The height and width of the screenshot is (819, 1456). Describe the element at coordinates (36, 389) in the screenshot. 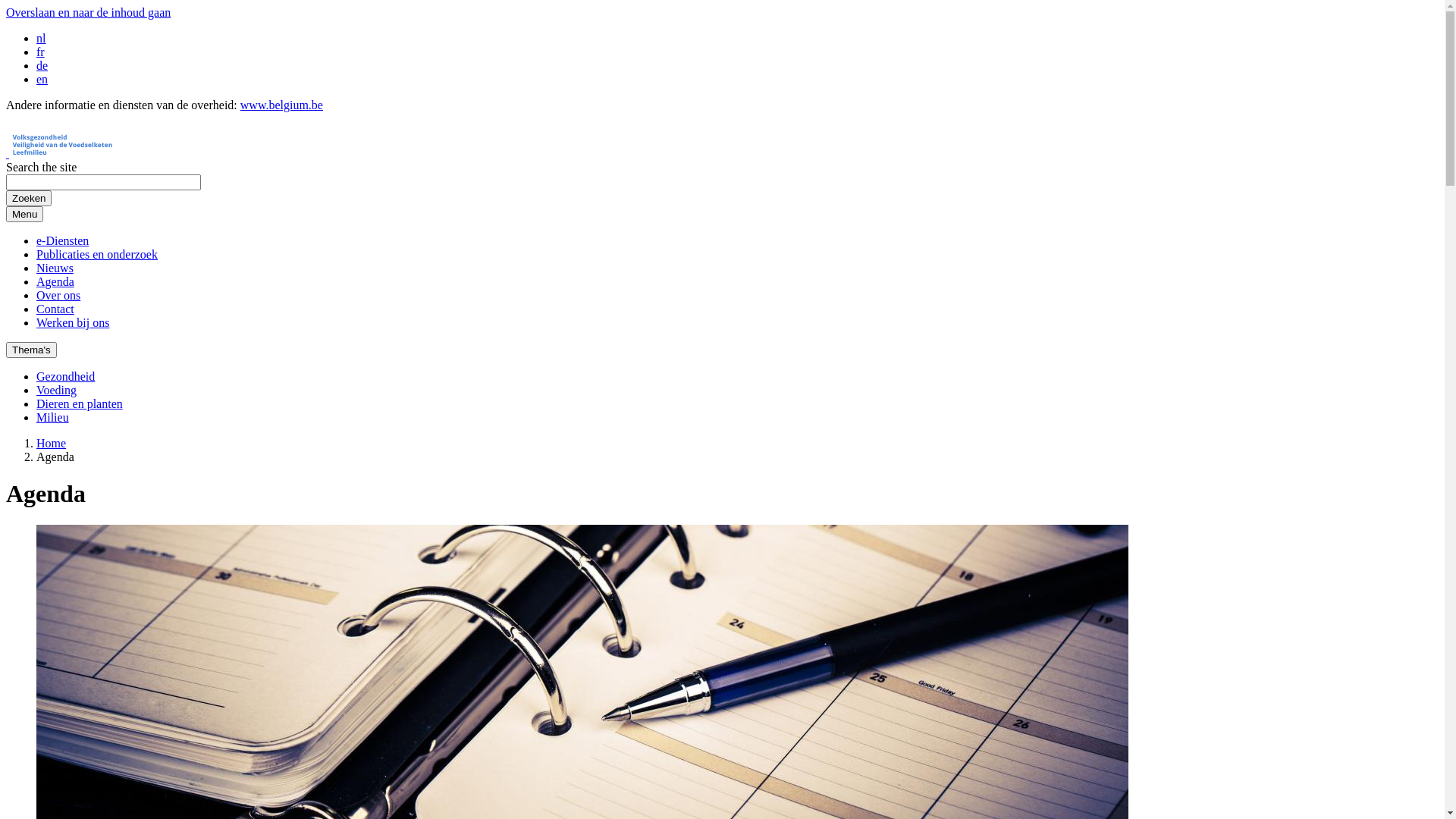

I see `'Voeding'` at that location.